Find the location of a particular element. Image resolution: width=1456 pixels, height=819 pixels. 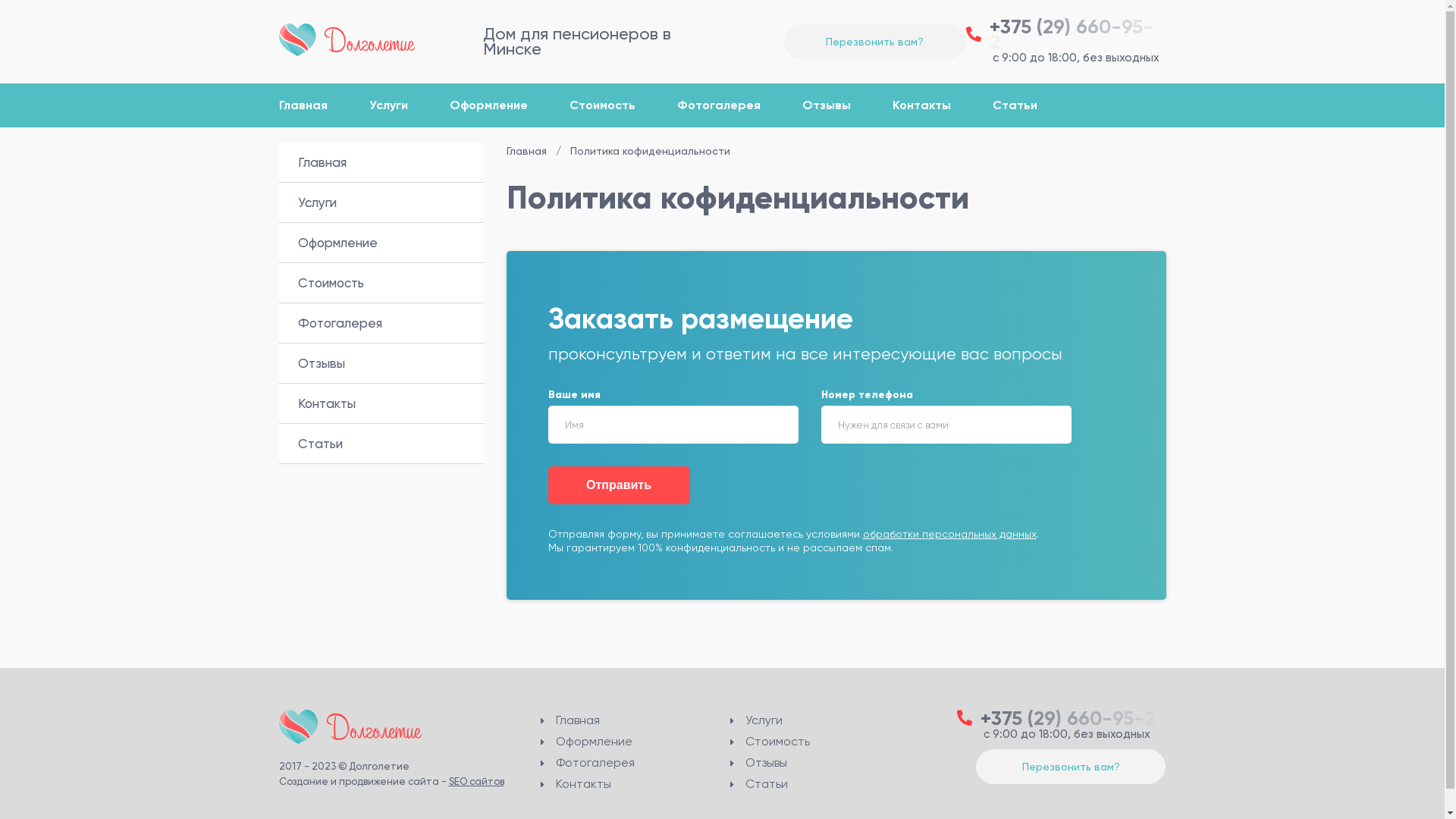

'+375 (29) 660-95-2' is located at coordinates (1065, 34).